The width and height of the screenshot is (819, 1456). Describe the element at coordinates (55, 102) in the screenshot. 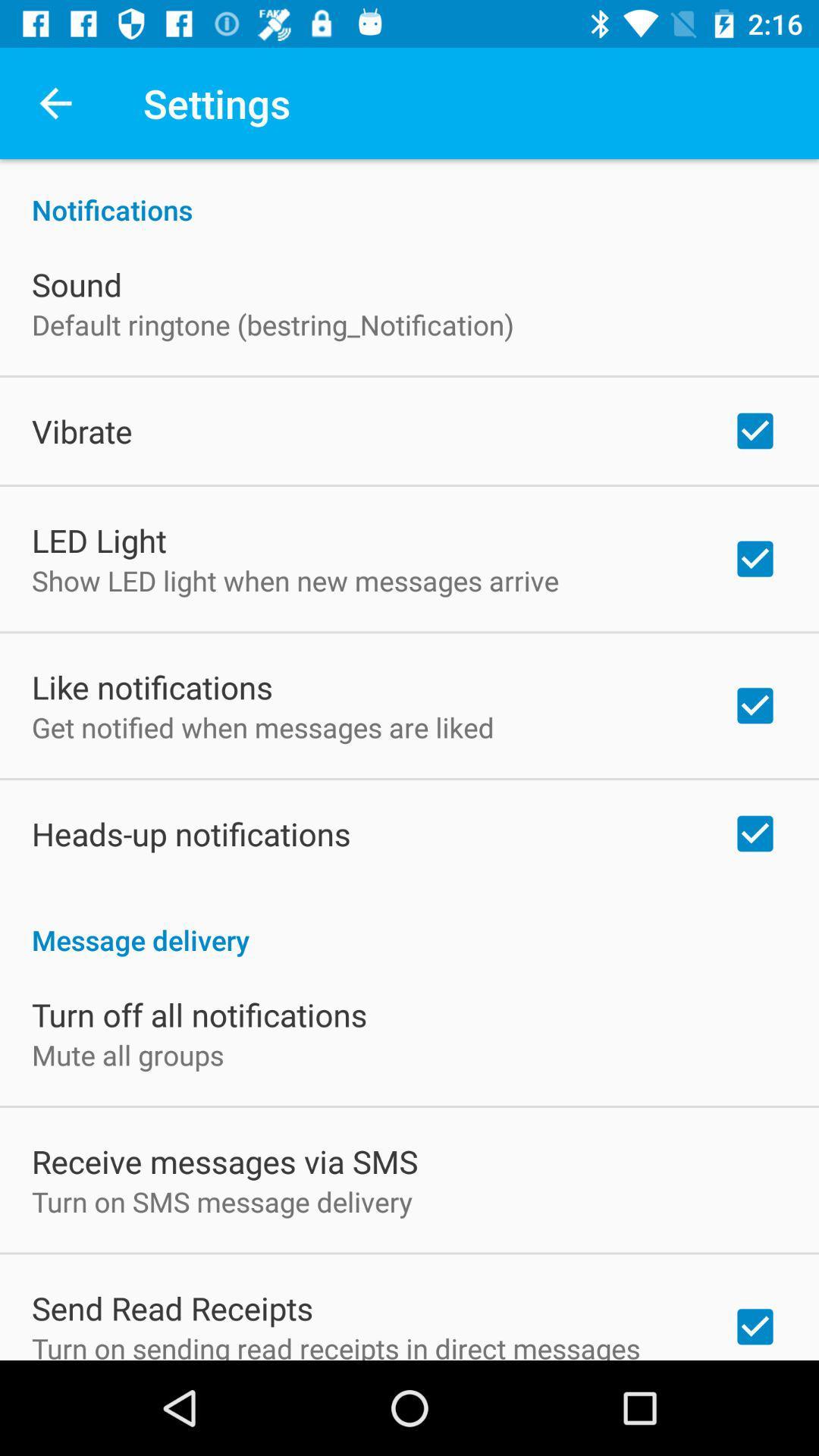

I see `icon above notifications item` at that location.